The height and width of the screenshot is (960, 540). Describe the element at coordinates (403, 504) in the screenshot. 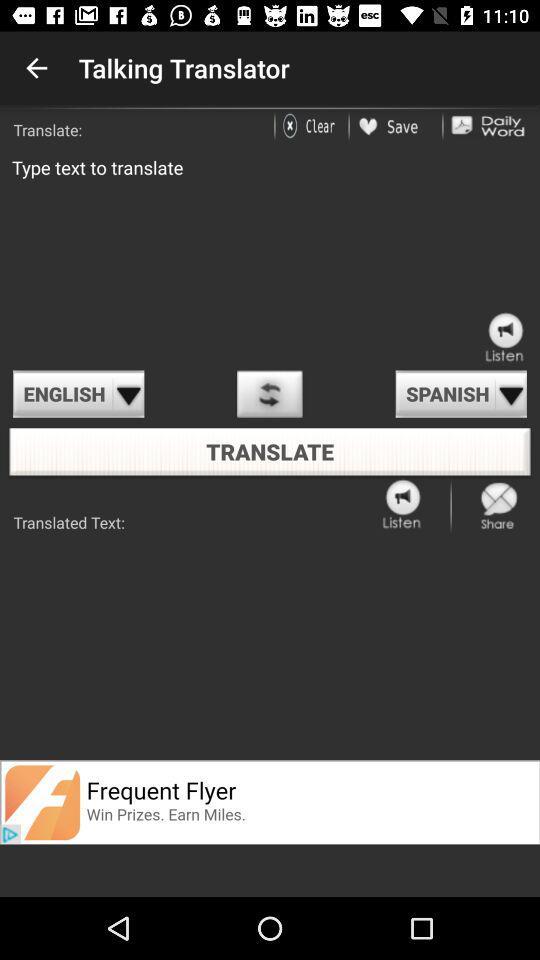

I see `listen the article` at that location.